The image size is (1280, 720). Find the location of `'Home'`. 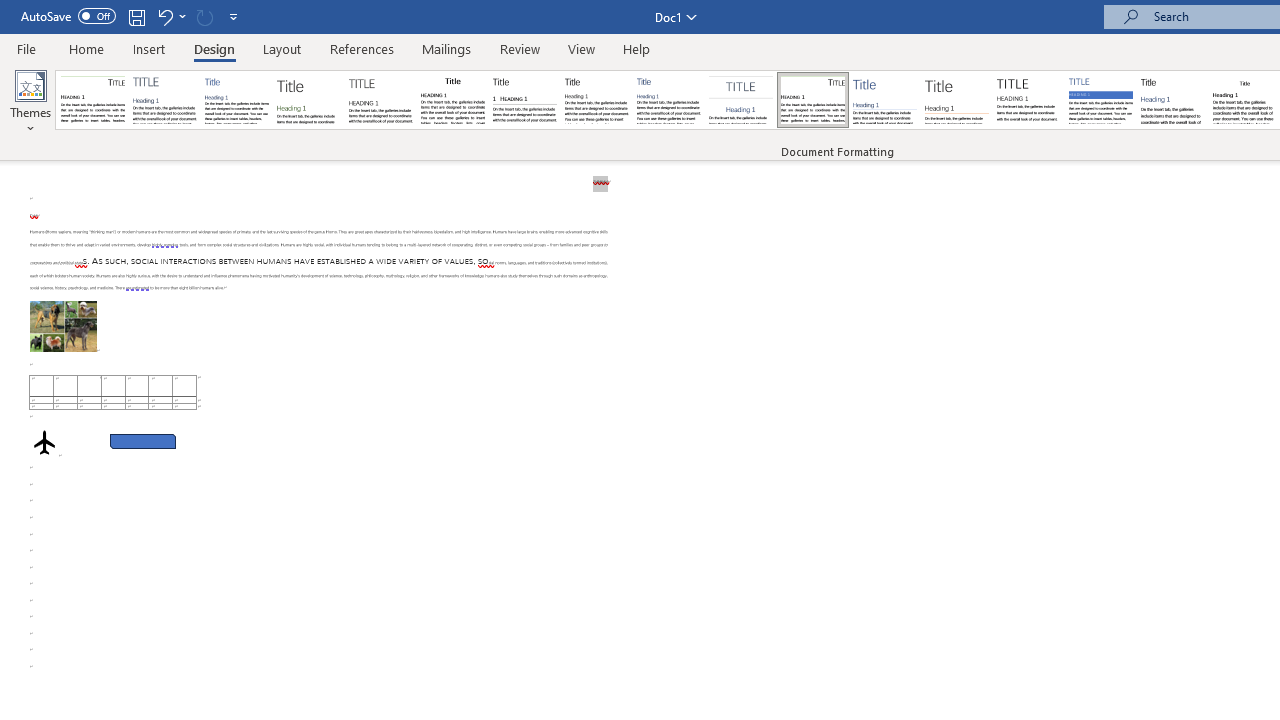

'Home' is located at coordinates (85, 48).